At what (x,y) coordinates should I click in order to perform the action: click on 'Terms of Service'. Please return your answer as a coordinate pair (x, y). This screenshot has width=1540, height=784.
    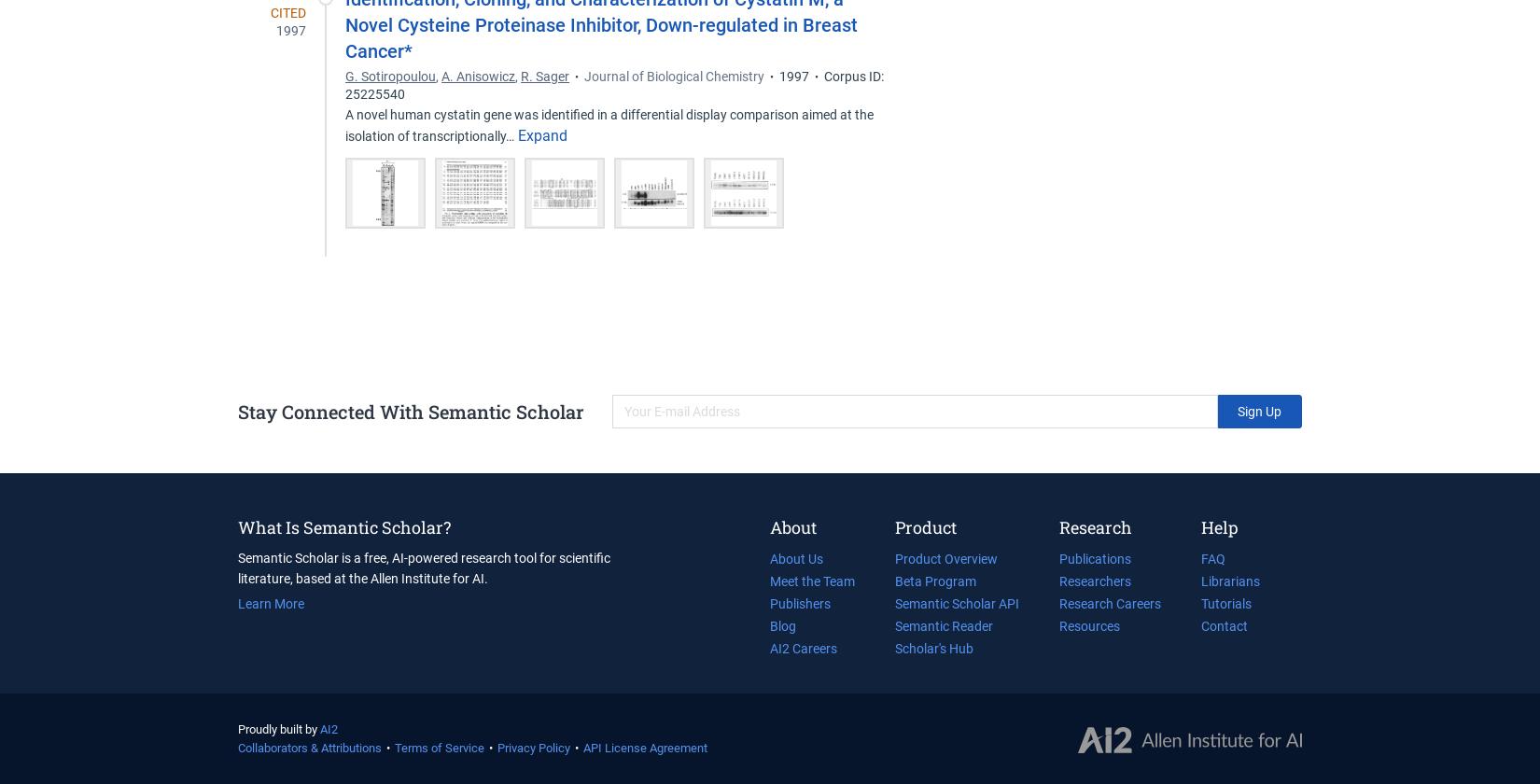
    Looking at the image, I should click on (394, 748).